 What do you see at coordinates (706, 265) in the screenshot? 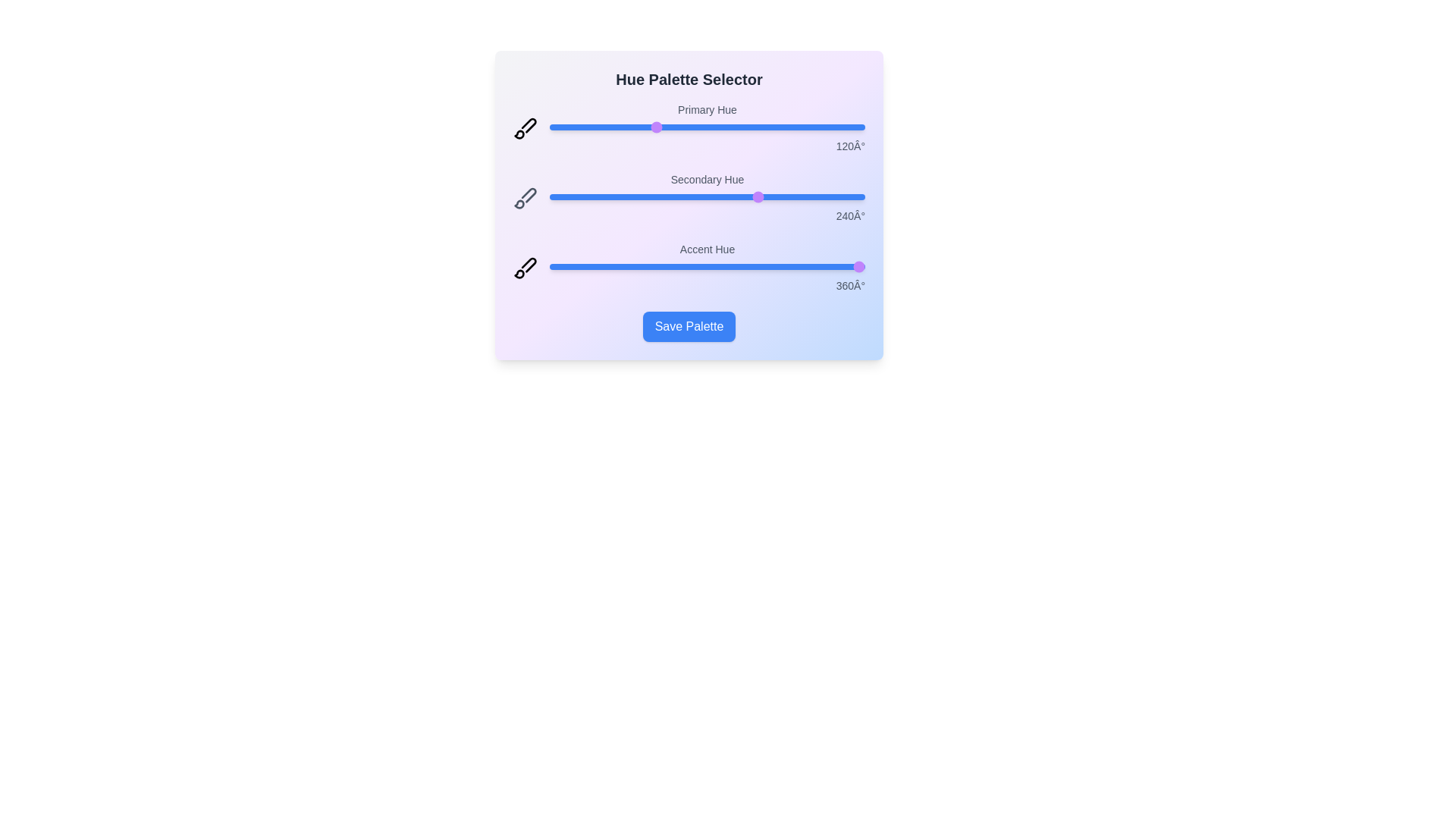
I see `the accent slider to observe its behavior` at bounding box center [706, 265].